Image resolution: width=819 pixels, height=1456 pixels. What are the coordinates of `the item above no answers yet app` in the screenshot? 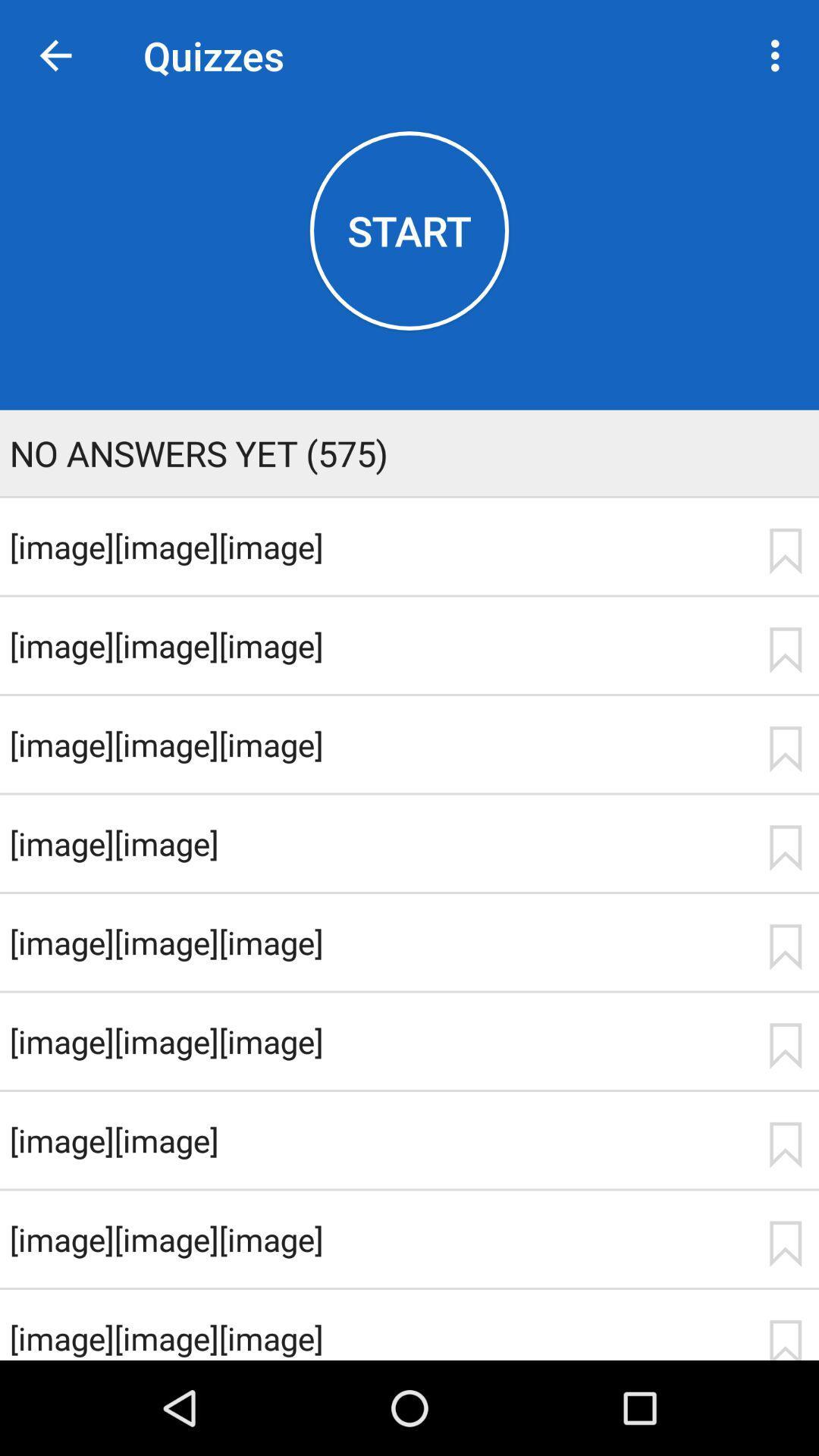 It's located at (409, 230).